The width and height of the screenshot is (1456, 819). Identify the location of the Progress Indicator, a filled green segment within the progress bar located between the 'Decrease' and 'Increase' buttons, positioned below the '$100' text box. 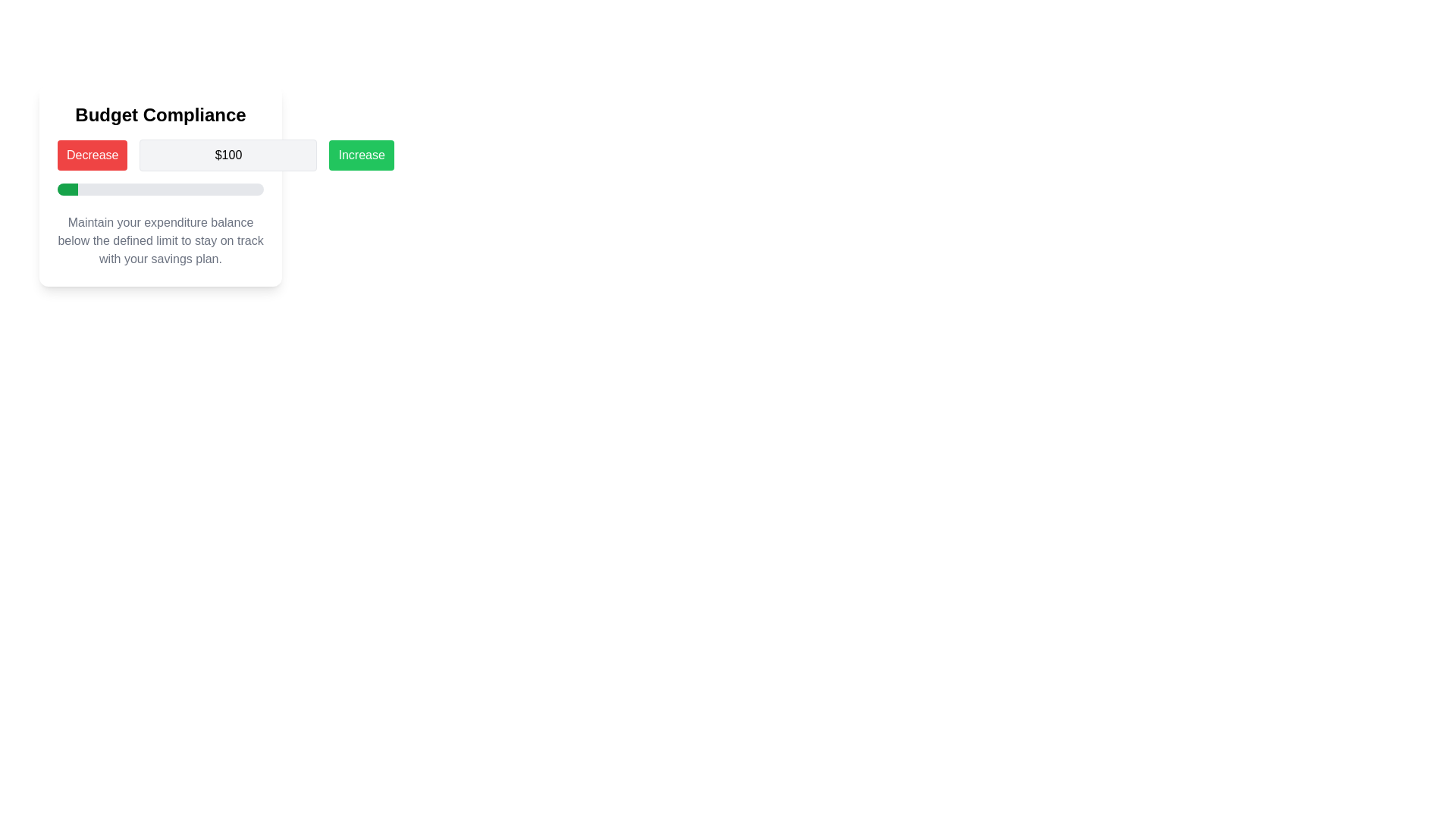
(67, 189).